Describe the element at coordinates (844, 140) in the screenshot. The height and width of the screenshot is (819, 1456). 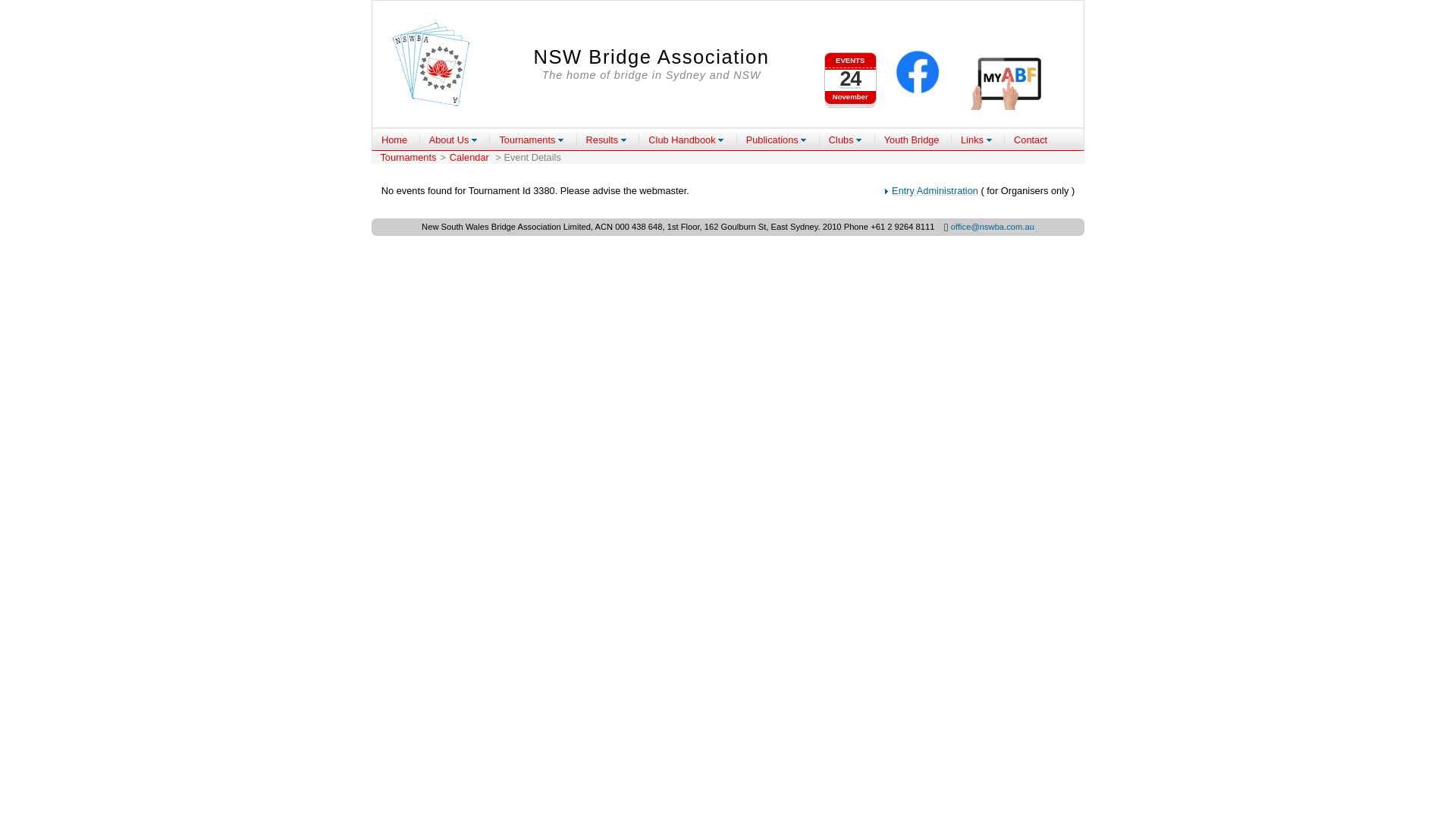
I see `'Clubs'` at that location.